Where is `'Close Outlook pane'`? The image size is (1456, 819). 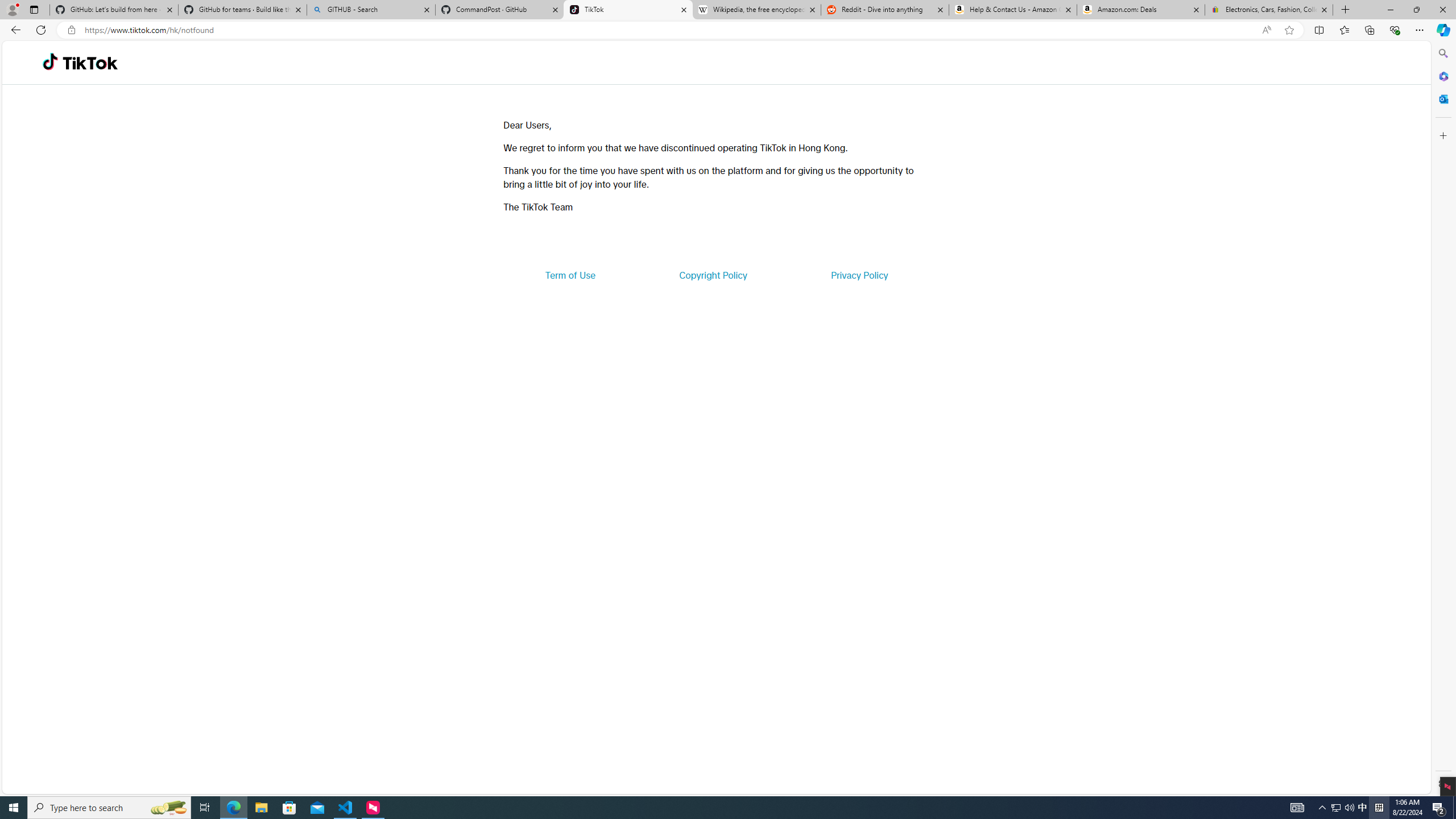 'Close Outlook pane' is located at coordinates (1442, 98).